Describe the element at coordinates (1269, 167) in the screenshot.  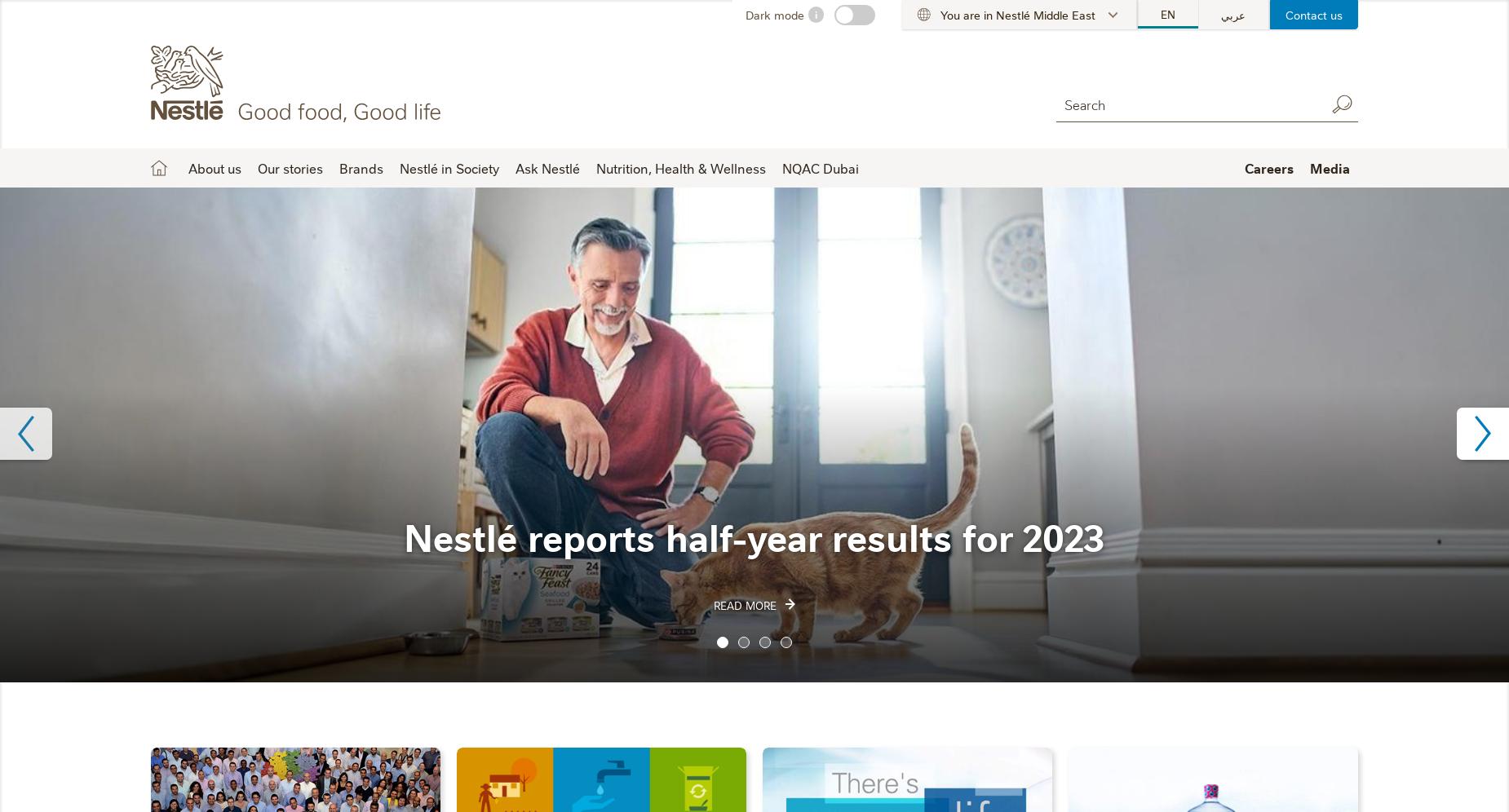
I see `'Careers'` at that location.